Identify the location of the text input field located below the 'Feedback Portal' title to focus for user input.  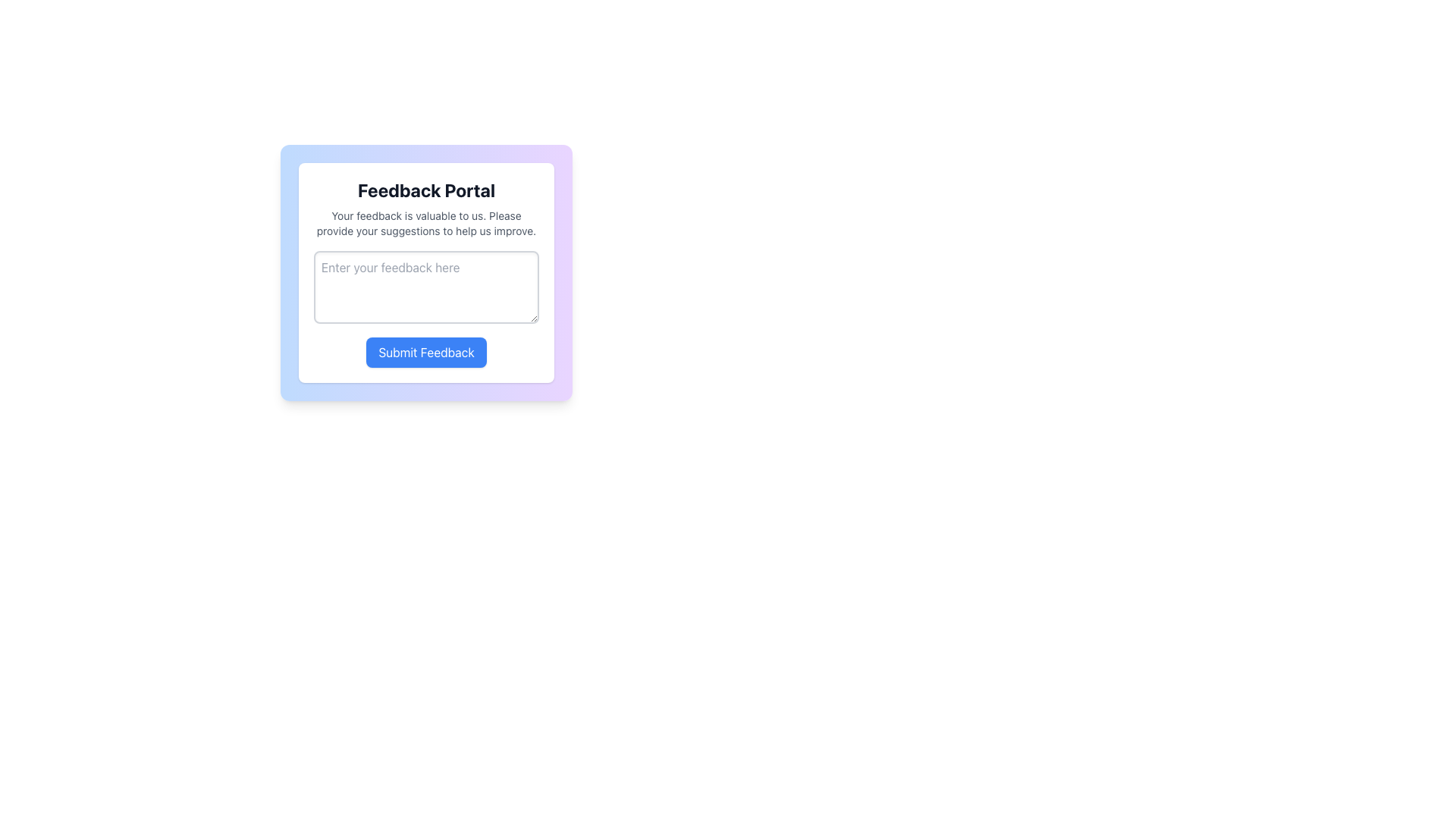
(425, 271).